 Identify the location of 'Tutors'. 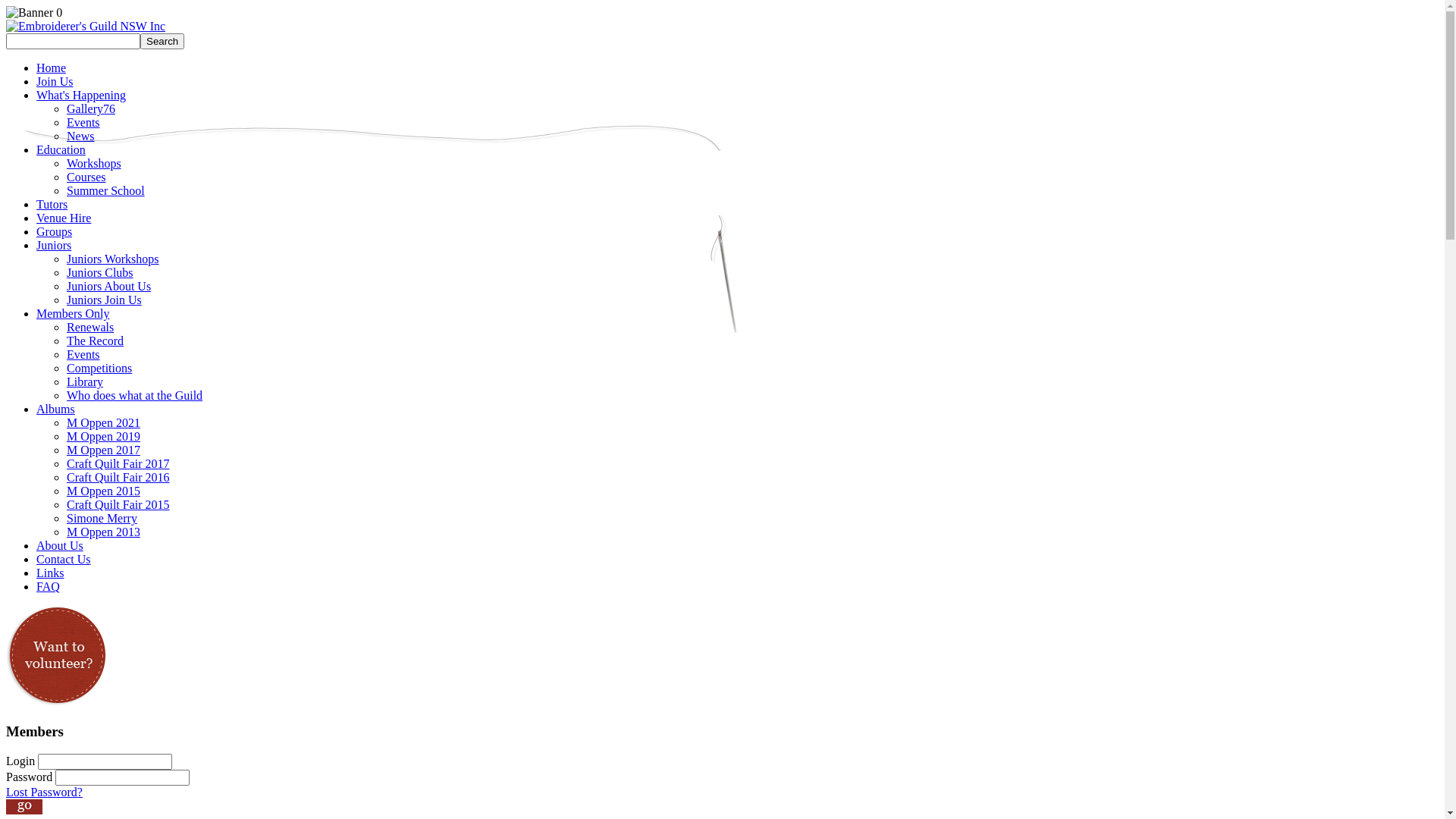
(52, 203).